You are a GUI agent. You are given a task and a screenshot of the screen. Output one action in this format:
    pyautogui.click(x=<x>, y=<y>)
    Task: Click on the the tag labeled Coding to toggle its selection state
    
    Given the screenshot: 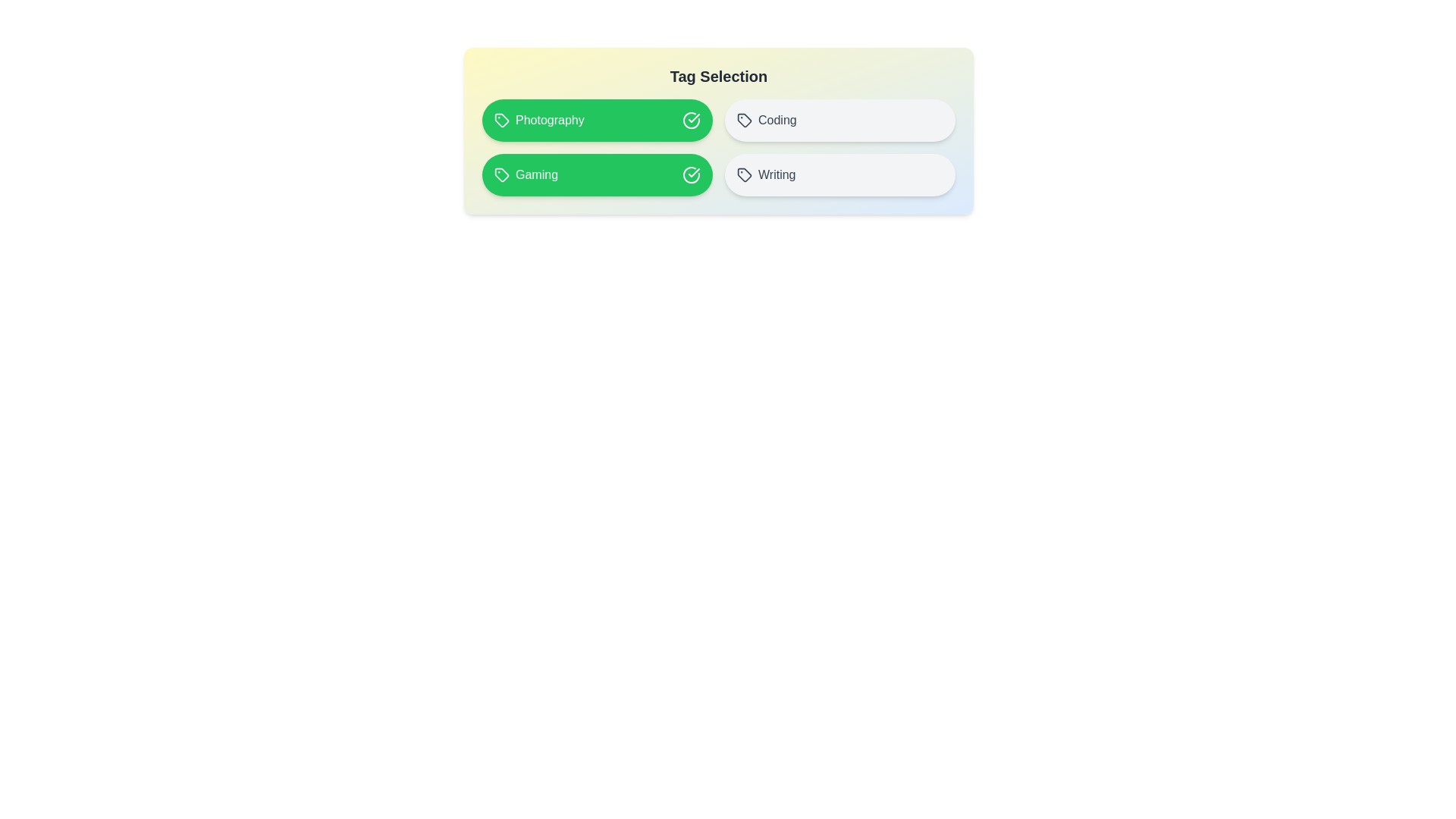 What is the action you would take?
    pyautogui.click(x=839, y=119)
    